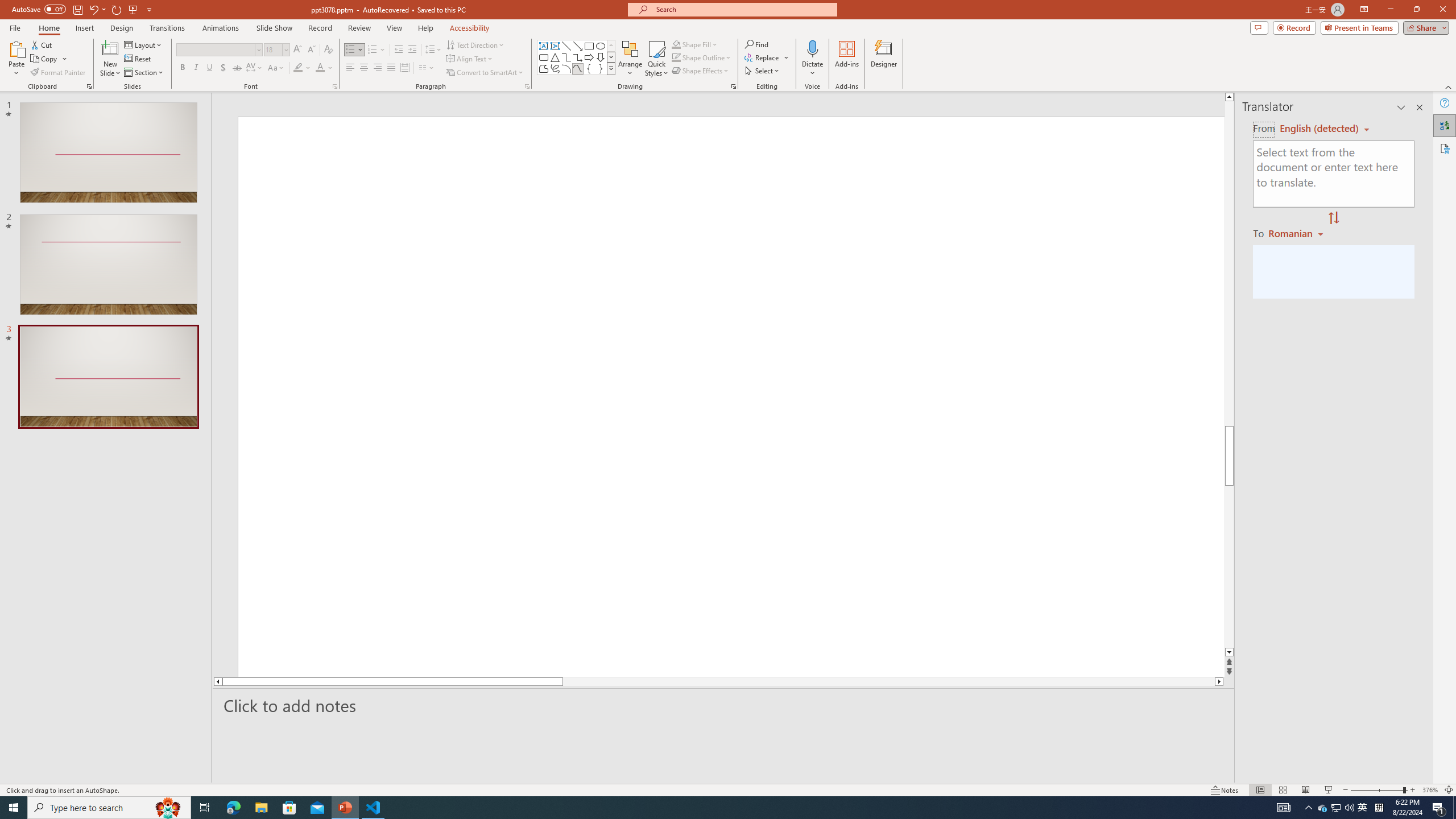 This screenshot has width=1456, height=819. Describe the element at coordinates (1296, 233) in the screenshot. I see `'Romanian'` at that location.